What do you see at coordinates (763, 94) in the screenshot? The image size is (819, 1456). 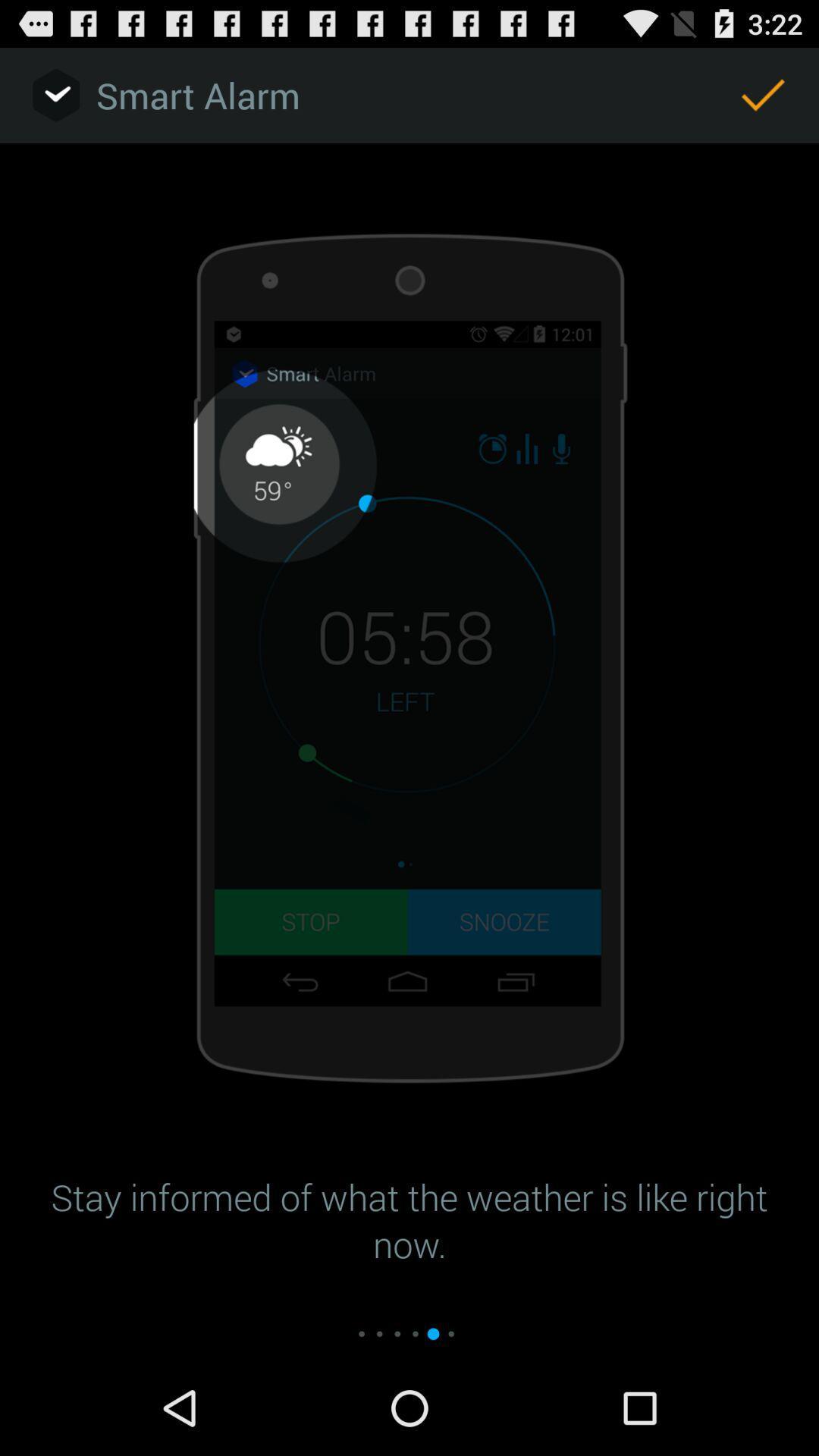 I see `the icon at the top right corner` at bounding box center [763, 94].